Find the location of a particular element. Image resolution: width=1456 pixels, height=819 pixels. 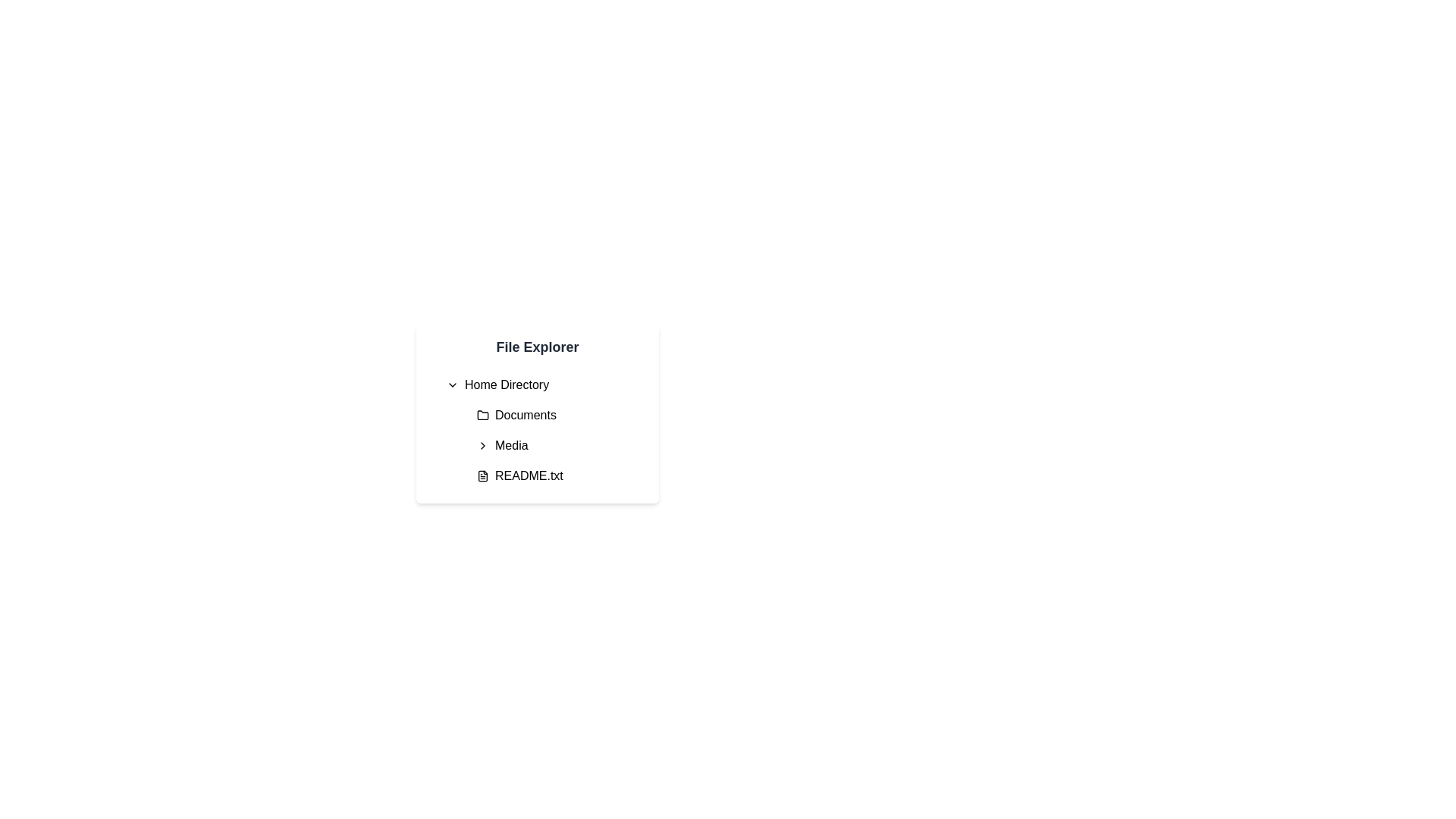

the 'Home Directory' list item is located at coordinates (543, 384).